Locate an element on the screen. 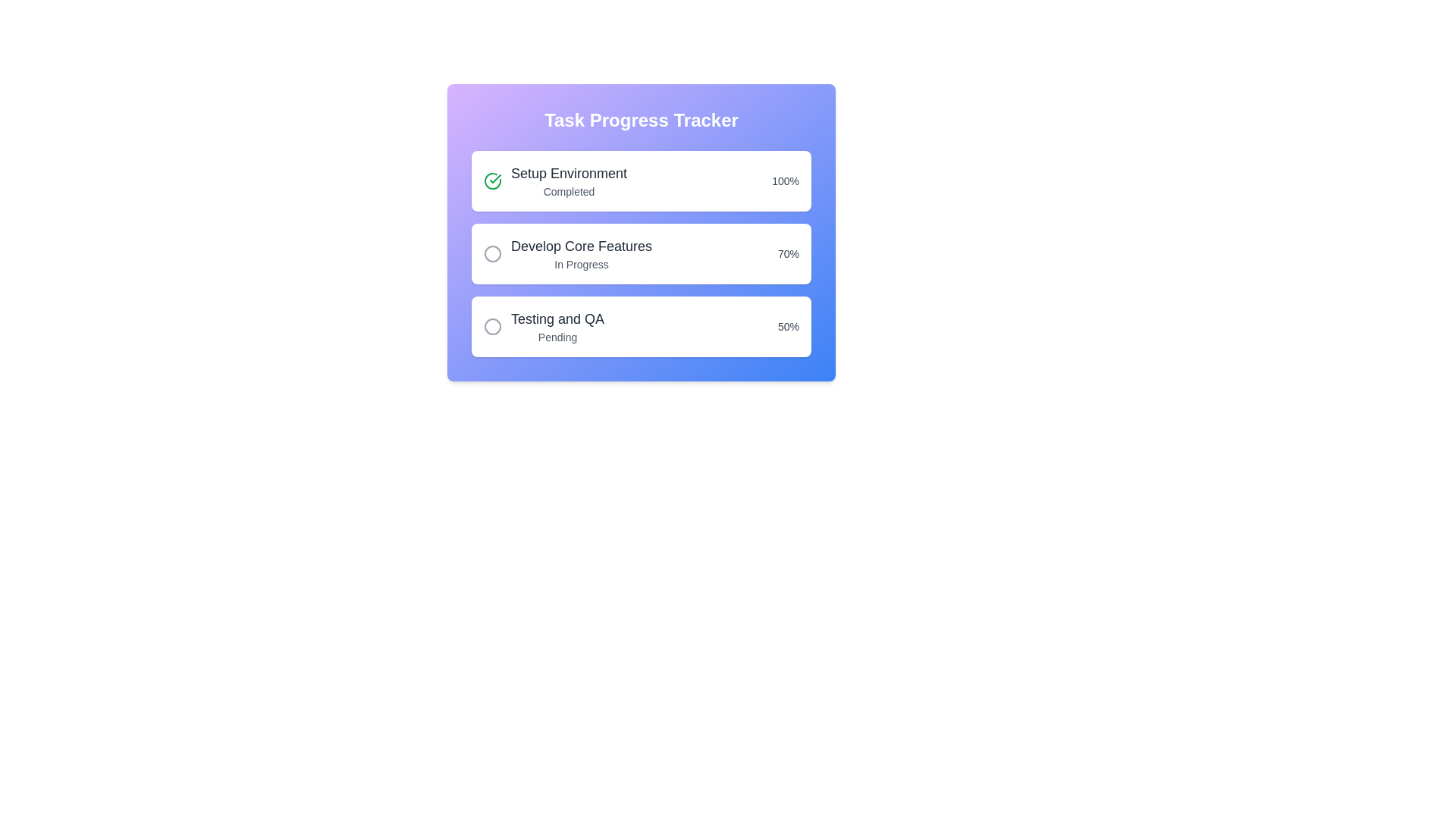 This screenshot has height=819, width=1456. the green curved line of the circular checkmark icon located to the left of the 'Setup Environment' text in the topmost task box of the progress tracker component is located at coordinates (492, 180).